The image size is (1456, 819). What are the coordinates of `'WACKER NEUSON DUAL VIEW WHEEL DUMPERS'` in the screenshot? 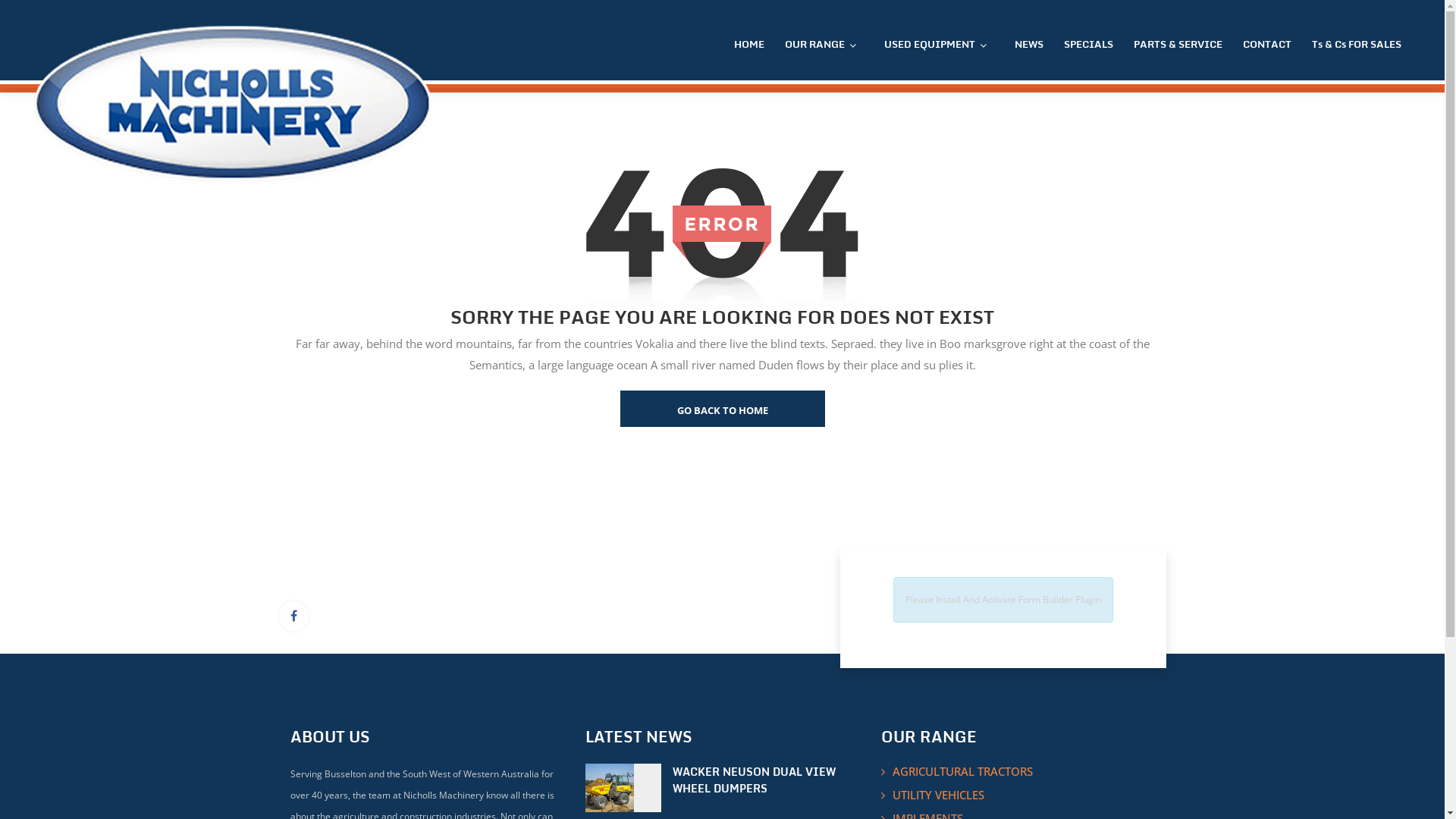 It's located at (672, 780).